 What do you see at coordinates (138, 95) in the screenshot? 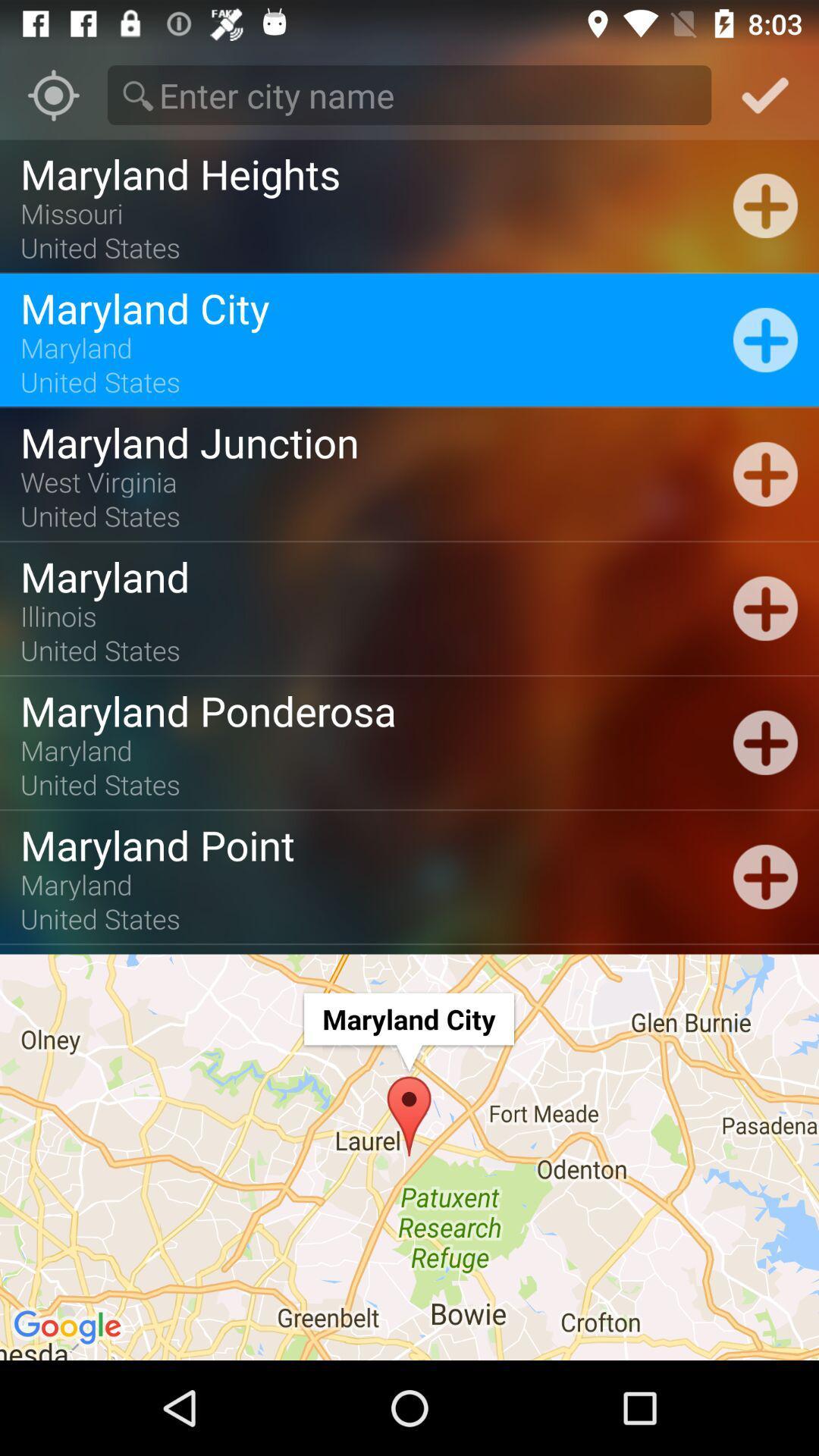
I see `the search icon on the top left beside the enter my name` at bounding box center [138, 95].